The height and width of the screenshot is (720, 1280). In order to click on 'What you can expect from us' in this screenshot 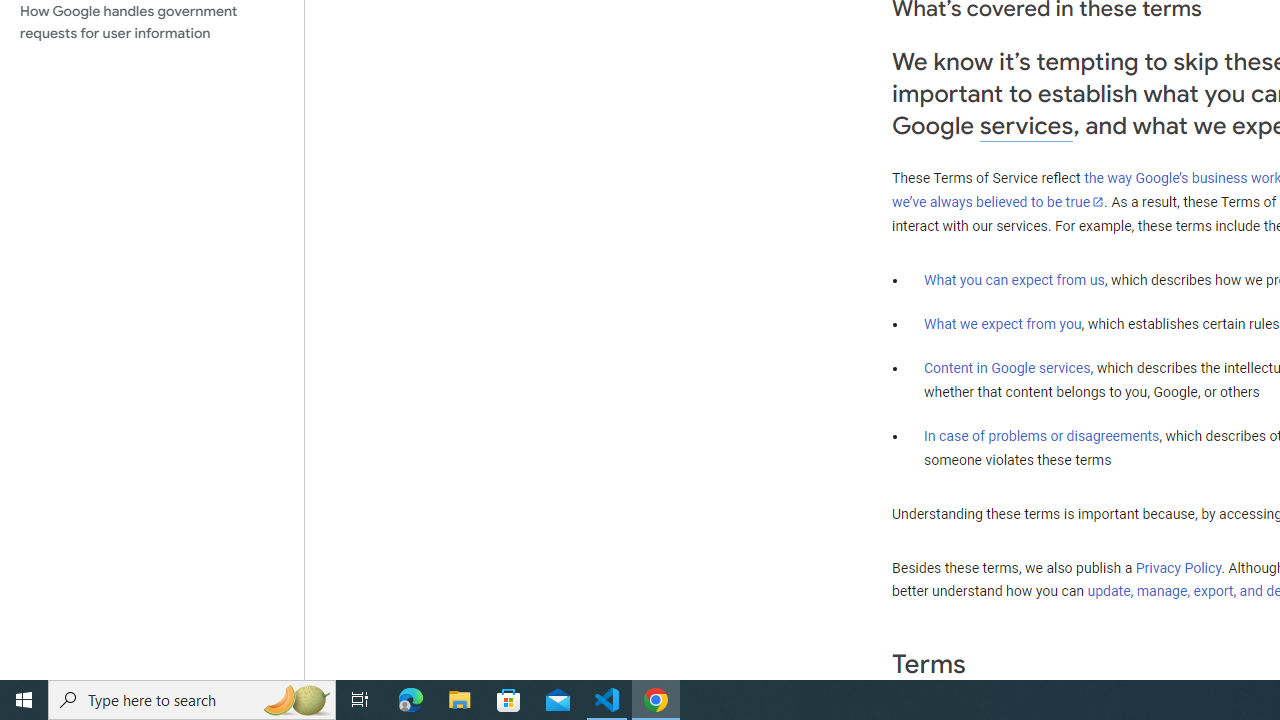, I will do `click(1014, 279)`.